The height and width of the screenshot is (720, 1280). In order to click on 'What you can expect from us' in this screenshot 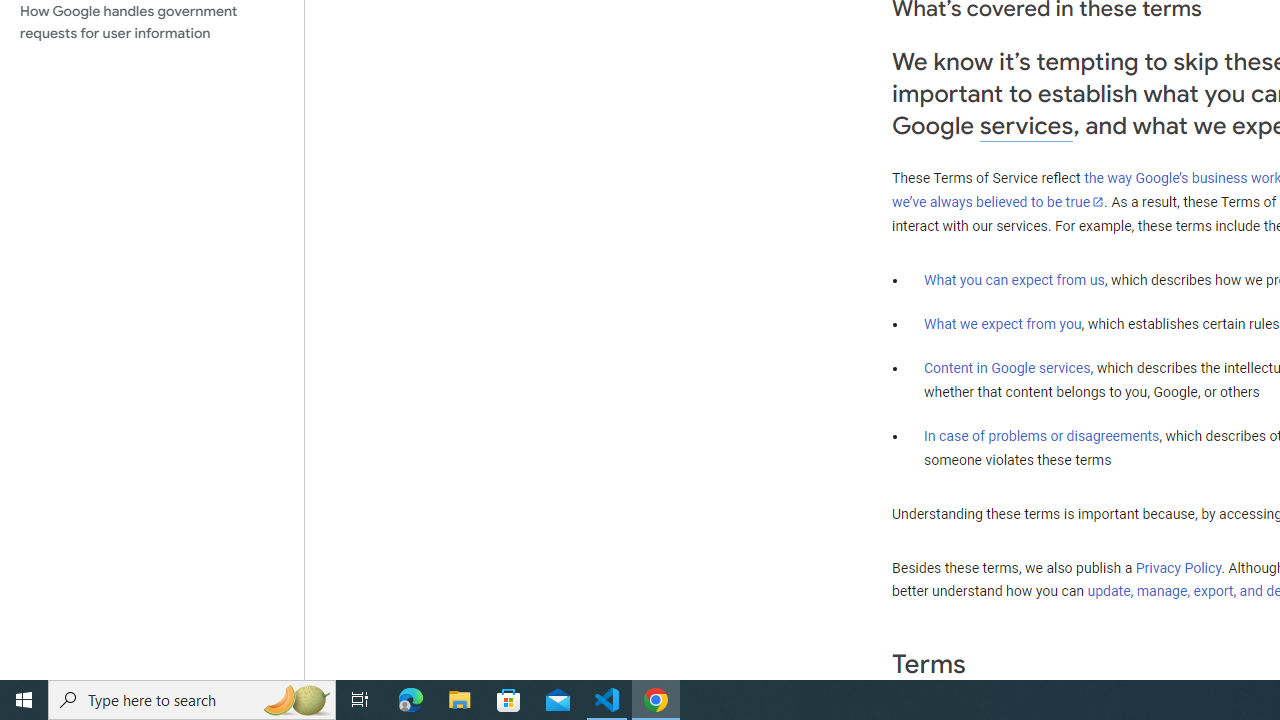, I will do `click(1014, 279)`.